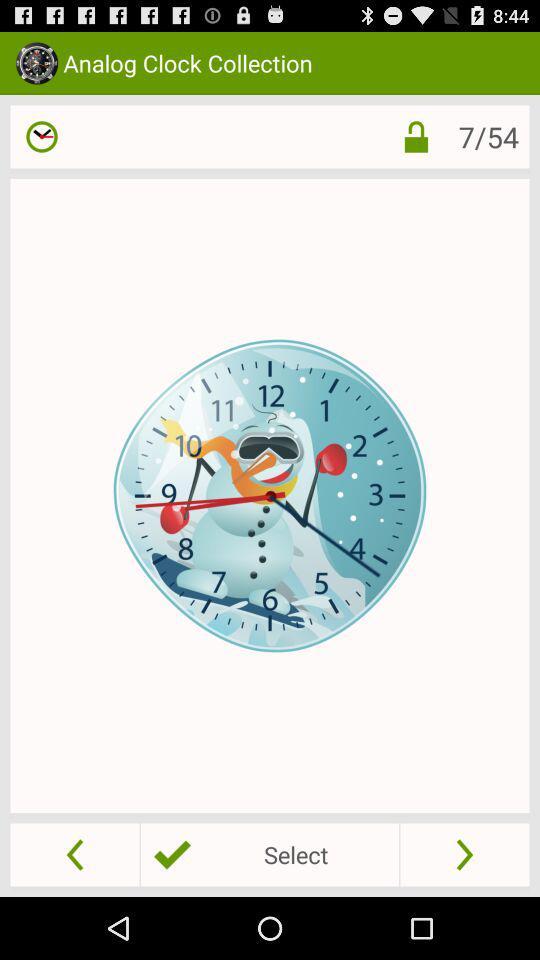 Image resolution: width=540 pixels, height=960 pixels. What do you see at coordinates (74, 853) in the screenshot?
I see `previous clock` at bounding box center [74, 853].